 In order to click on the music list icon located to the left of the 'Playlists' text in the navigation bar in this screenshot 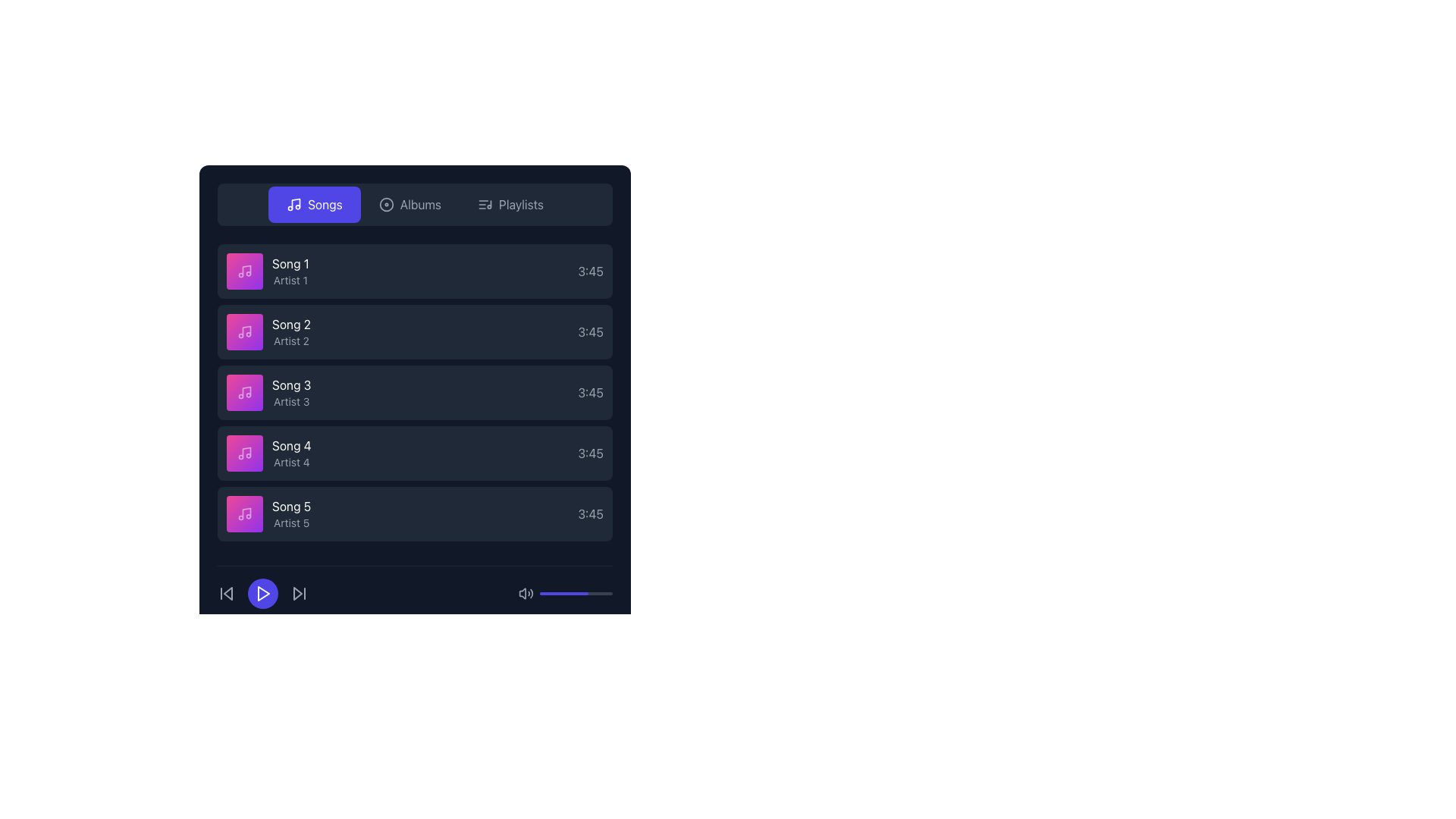, I will do `click(484, 205)`.